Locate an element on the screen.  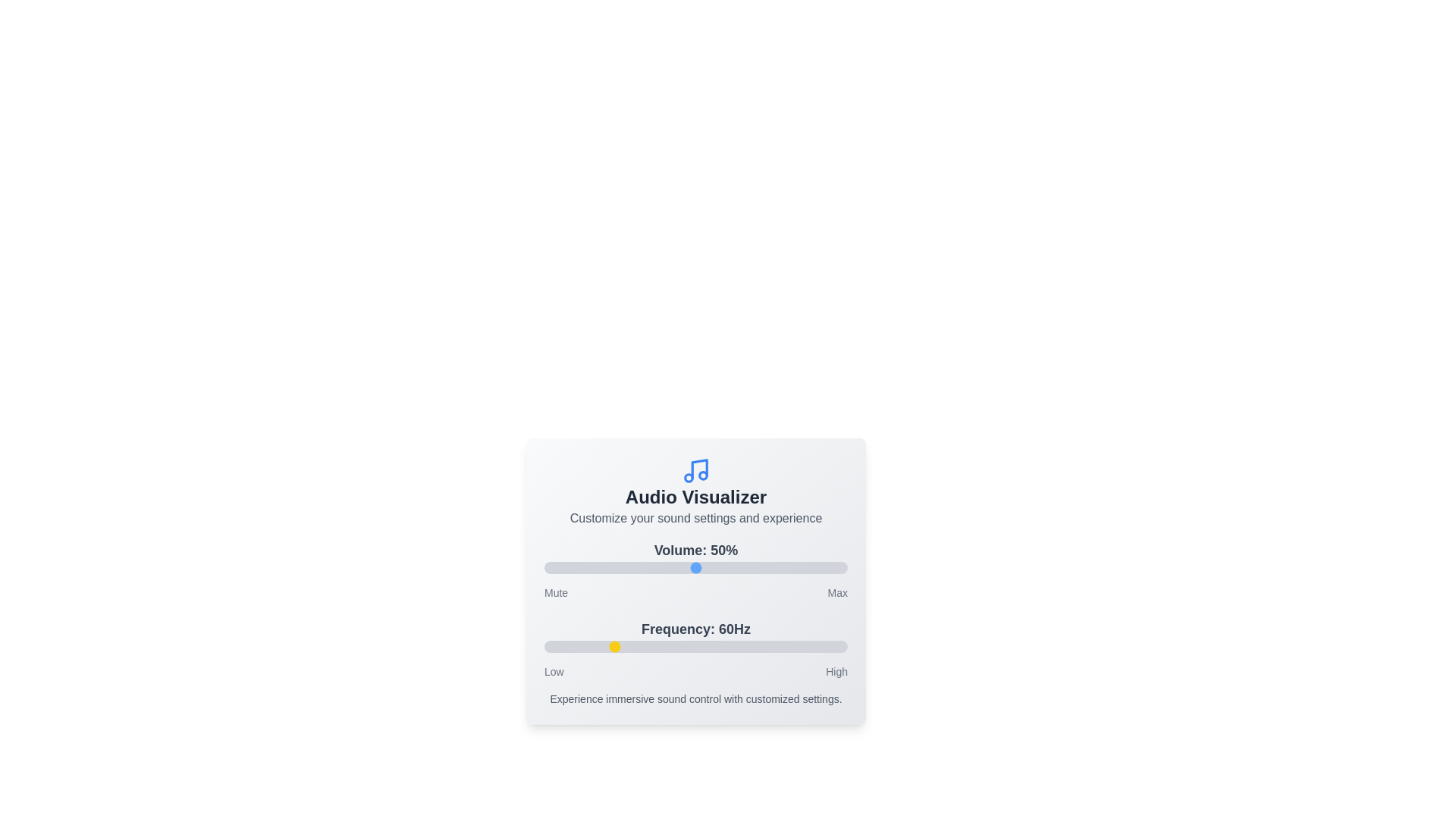
the frequency slider to 20 Hz is located at coordinates (544, 646).